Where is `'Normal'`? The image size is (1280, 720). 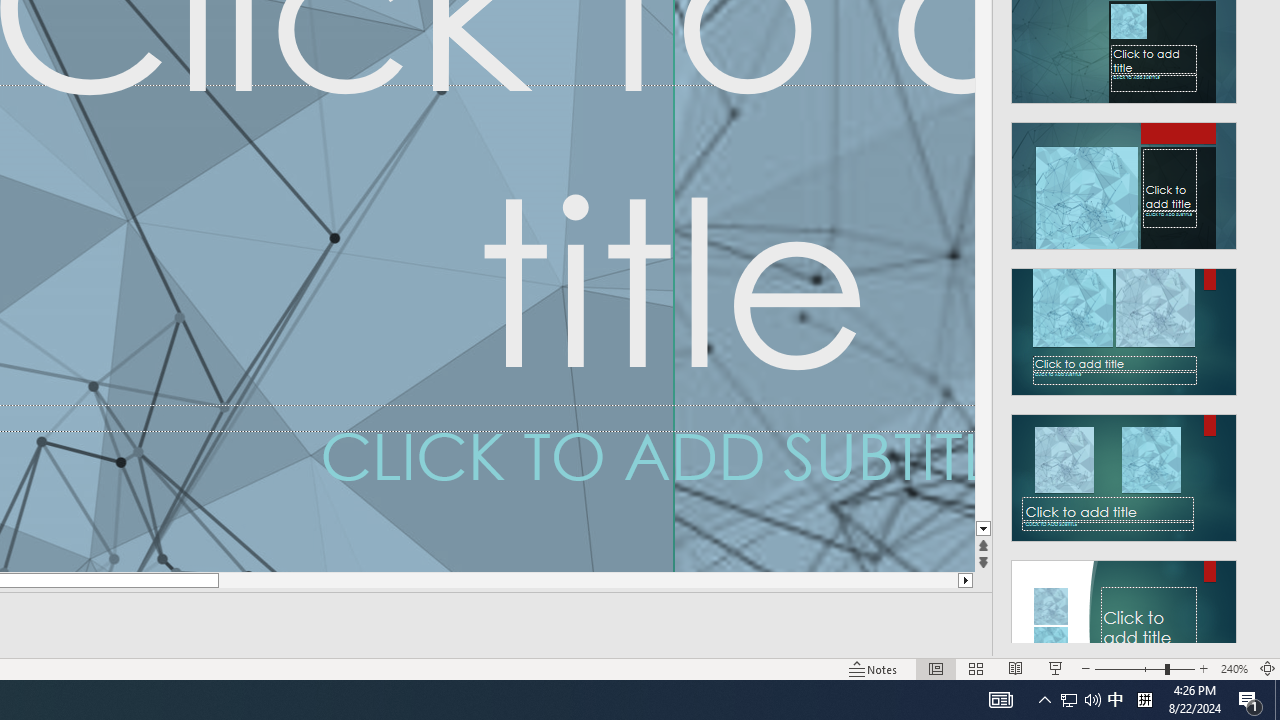
'Normal' is located at coordinates (935, 669).